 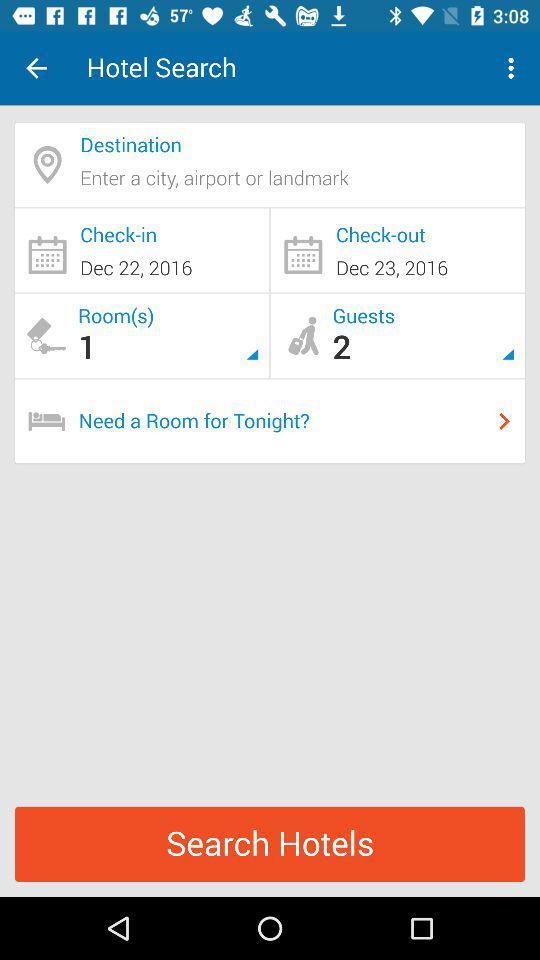 What do you see at coordinates (36, 68) in the screenshot?
I see `item next to hotel search` at bounding box center [36, 68].